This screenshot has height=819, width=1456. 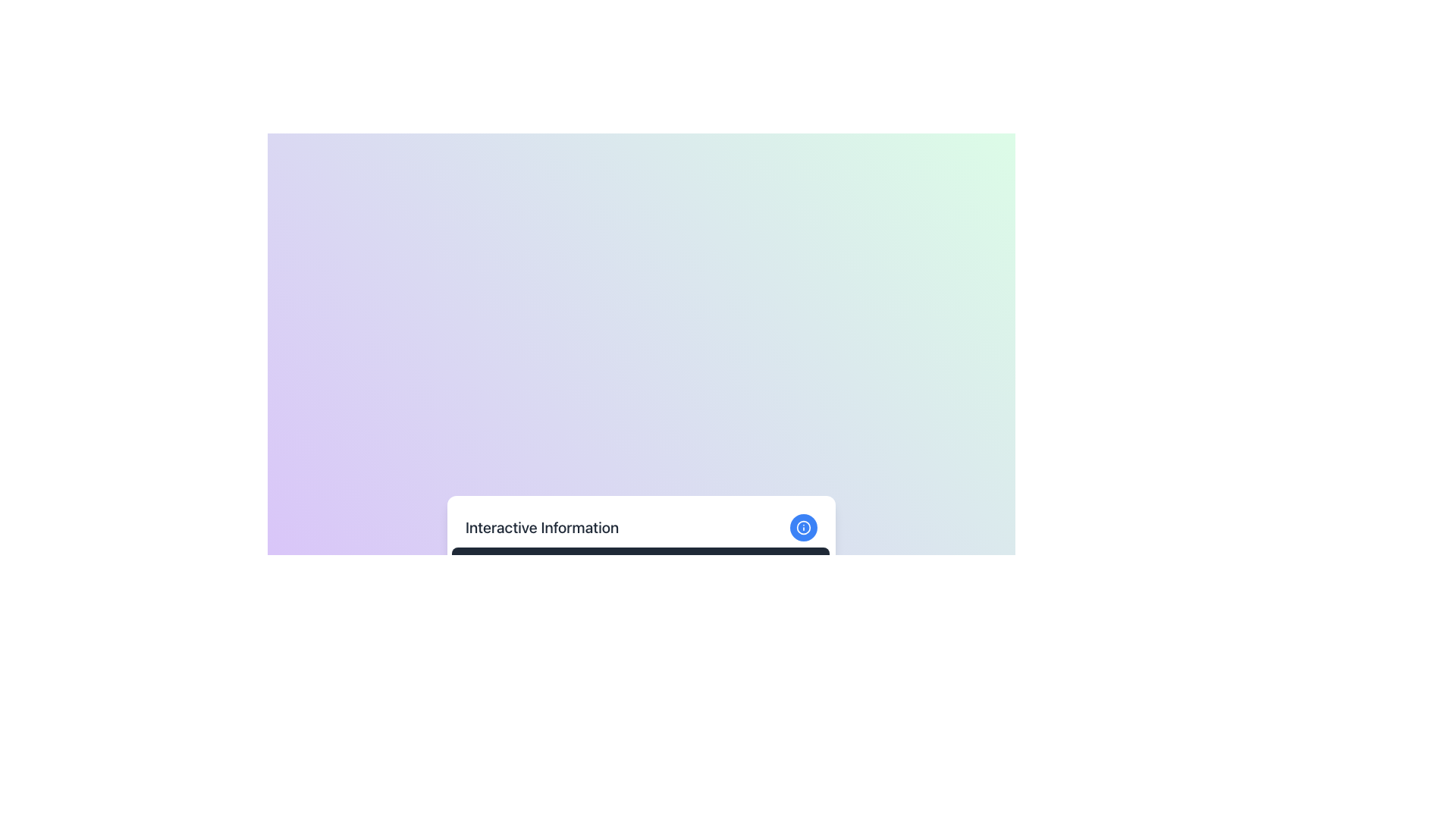 What do you see at coordinates (803, 526) in the screenshot?
I see `the Interactive Icon located on the right side of the 'Interactive Information' button` at bounding box center [803, 526].